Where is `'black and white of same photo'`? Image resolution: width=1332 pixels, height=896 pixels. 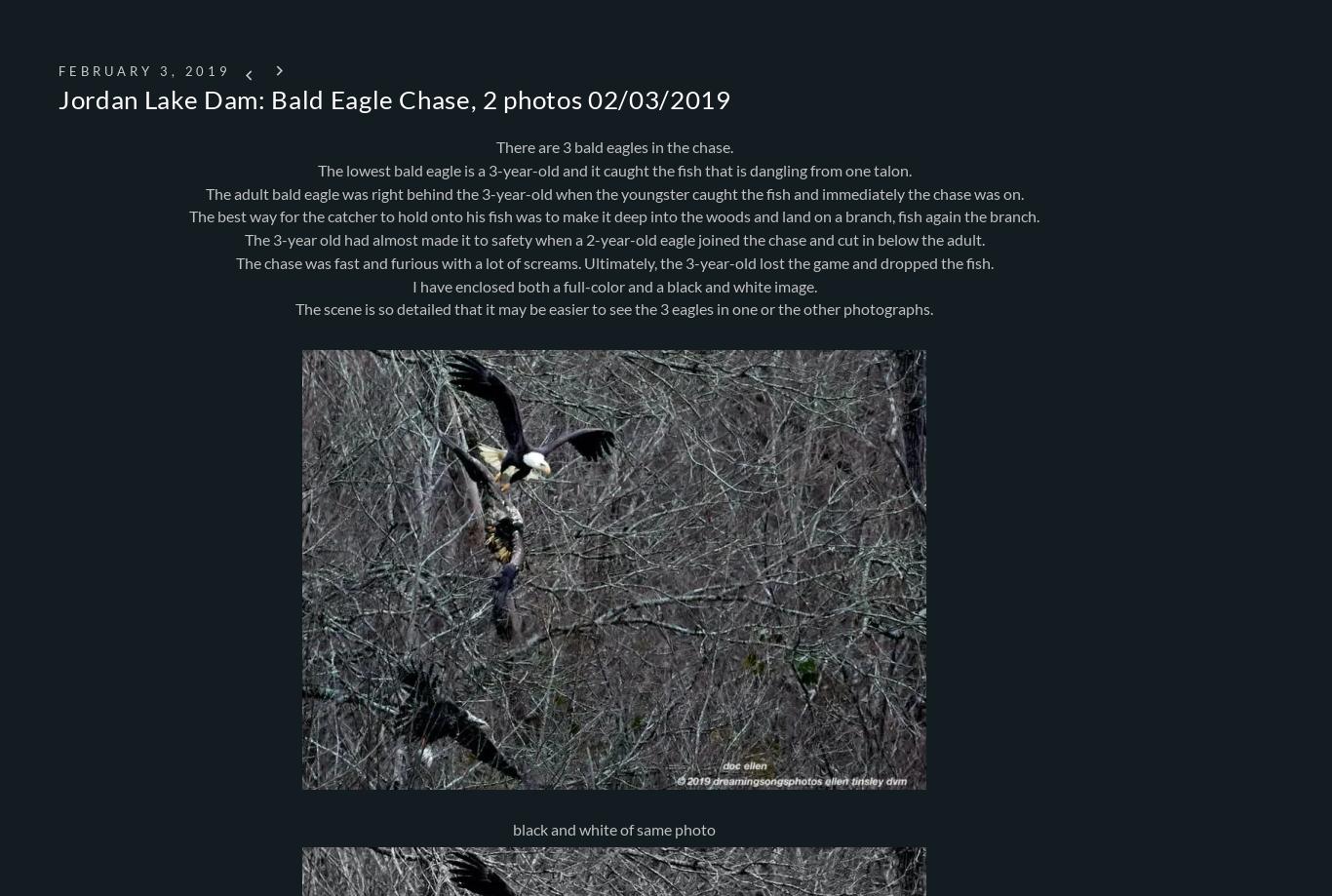
'black and white of same photo' is located at coordinates (513, 828).